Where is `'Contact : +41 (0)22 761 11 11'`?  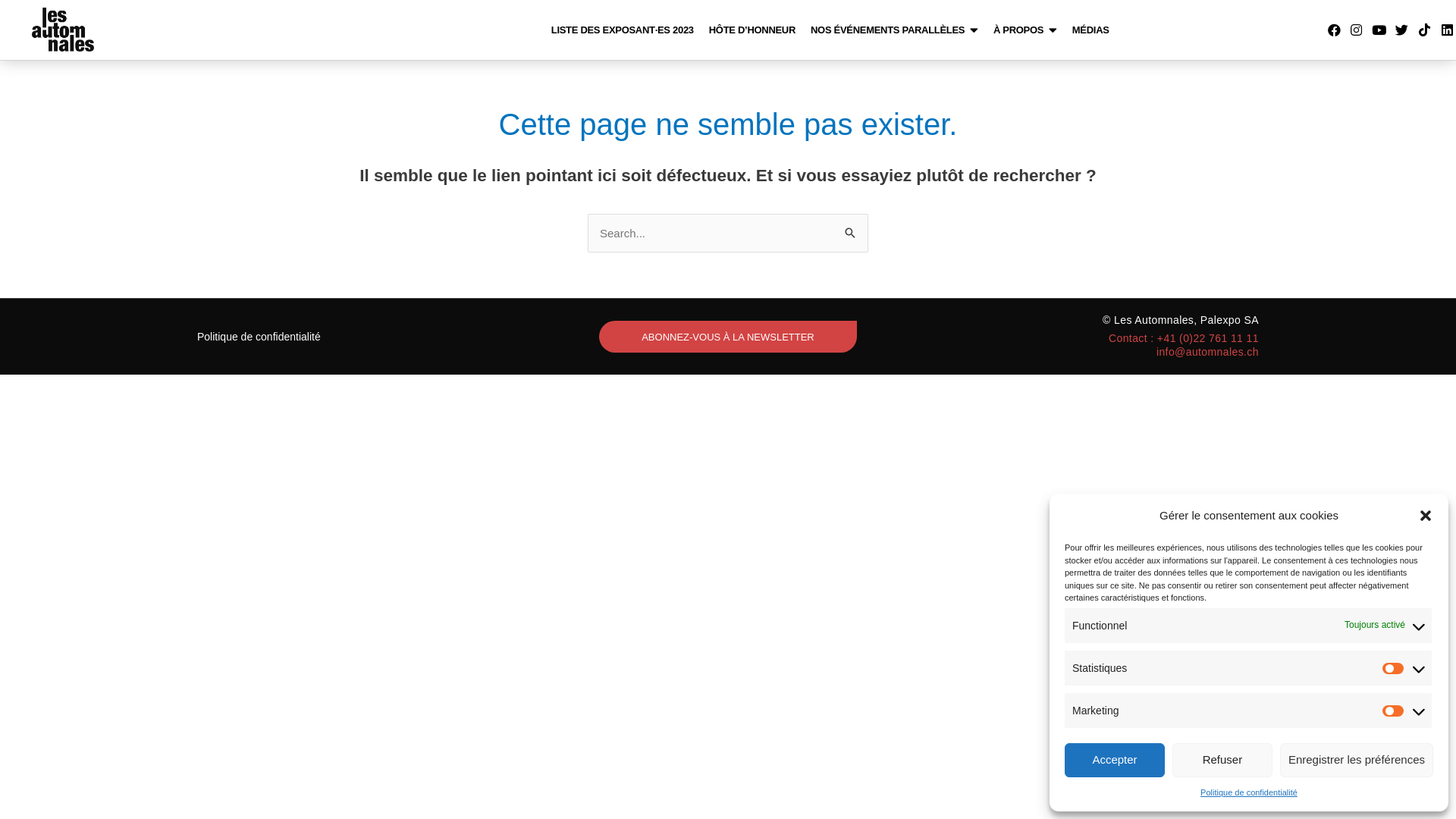 'Contact : +41 (0)22 761 11 11' is located at coordinates (1109, 337).